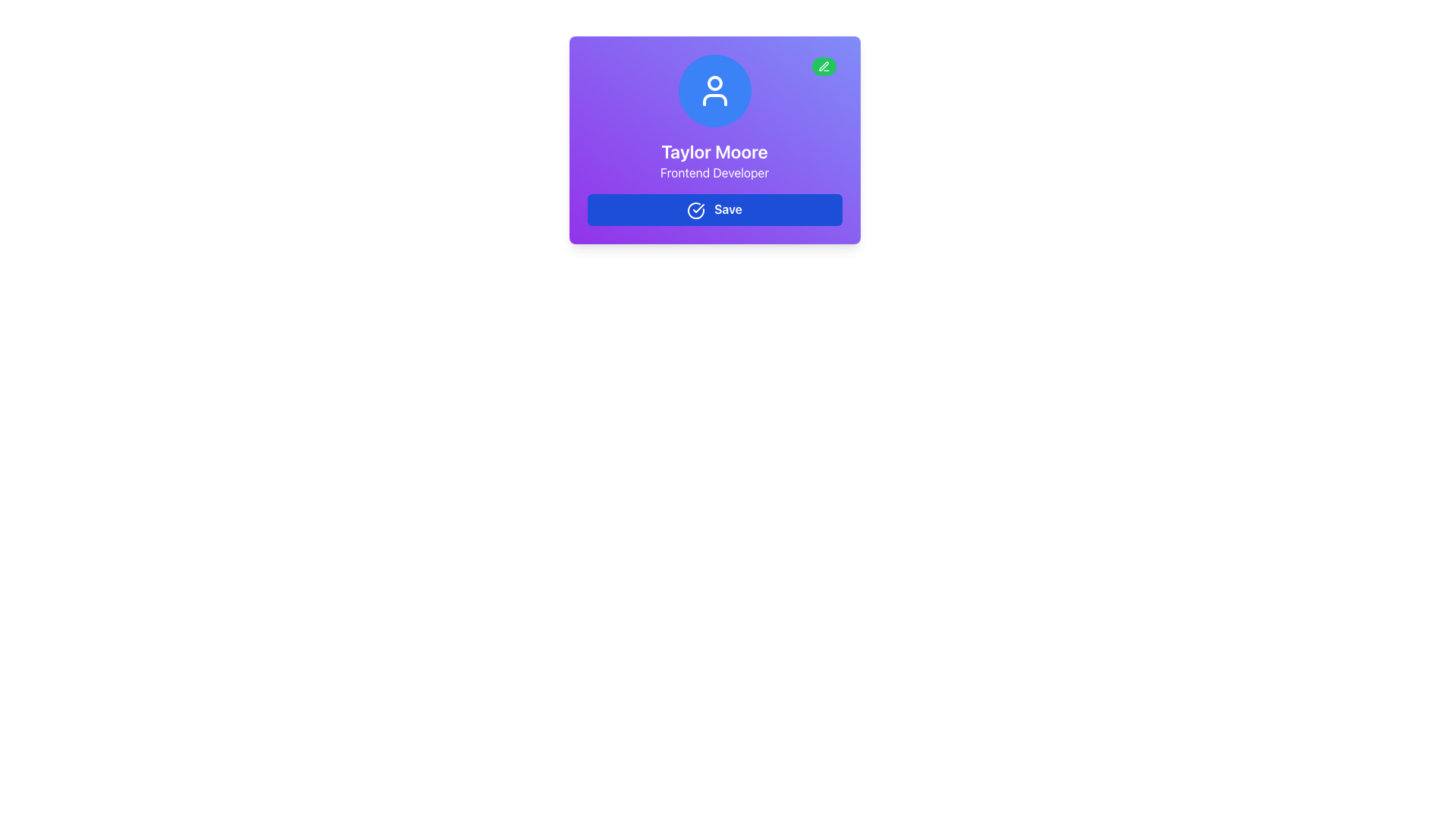  Describe the element at coordinates (714, 90) in the screenshot. I see `the user profile icon centered within a blue circular background at the top of the purple rectangular card` at that location.